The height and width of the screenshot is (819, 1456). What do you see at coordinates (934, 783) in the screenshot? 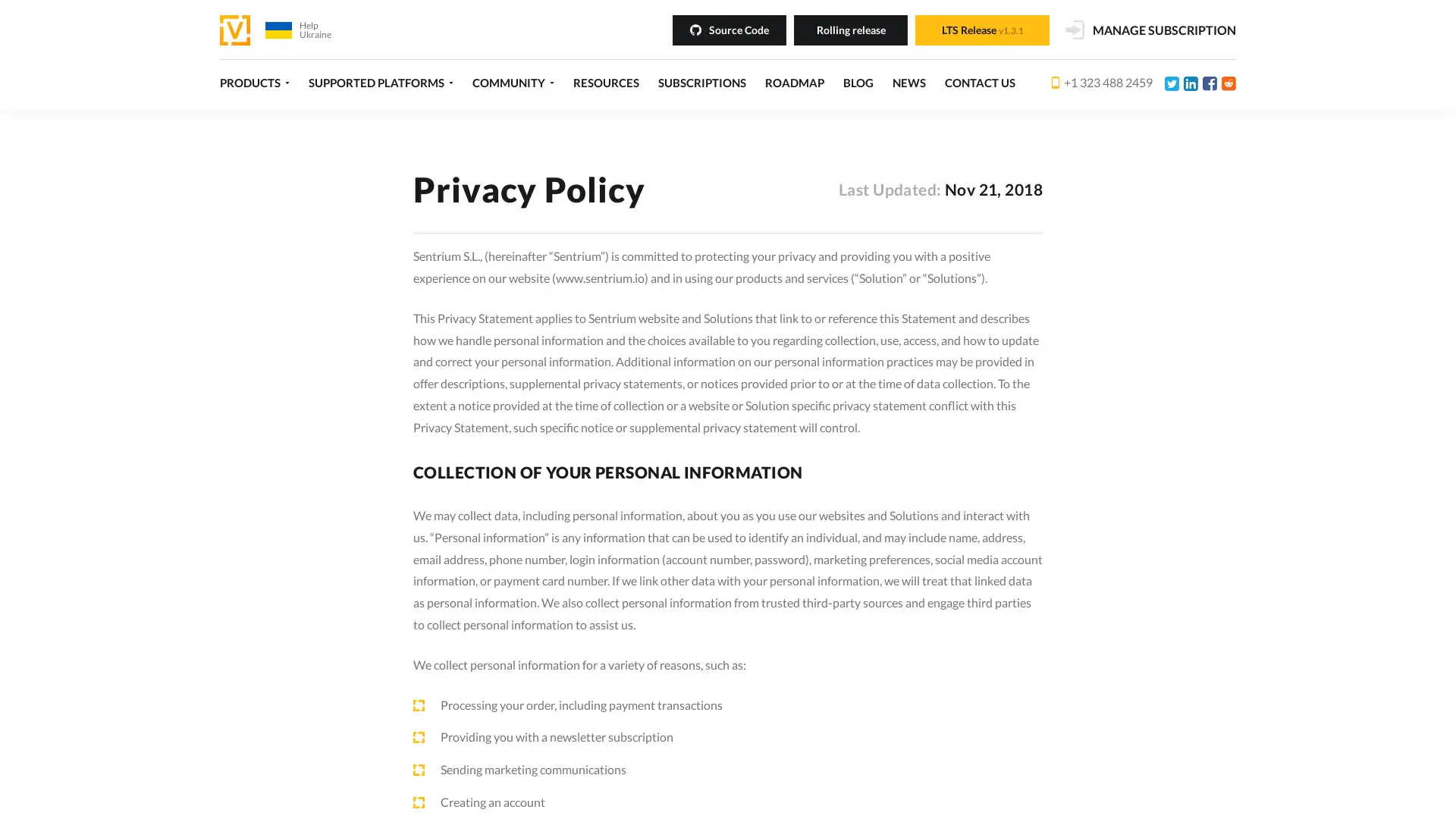
I see `Accept` at bounding box center [934, 783].